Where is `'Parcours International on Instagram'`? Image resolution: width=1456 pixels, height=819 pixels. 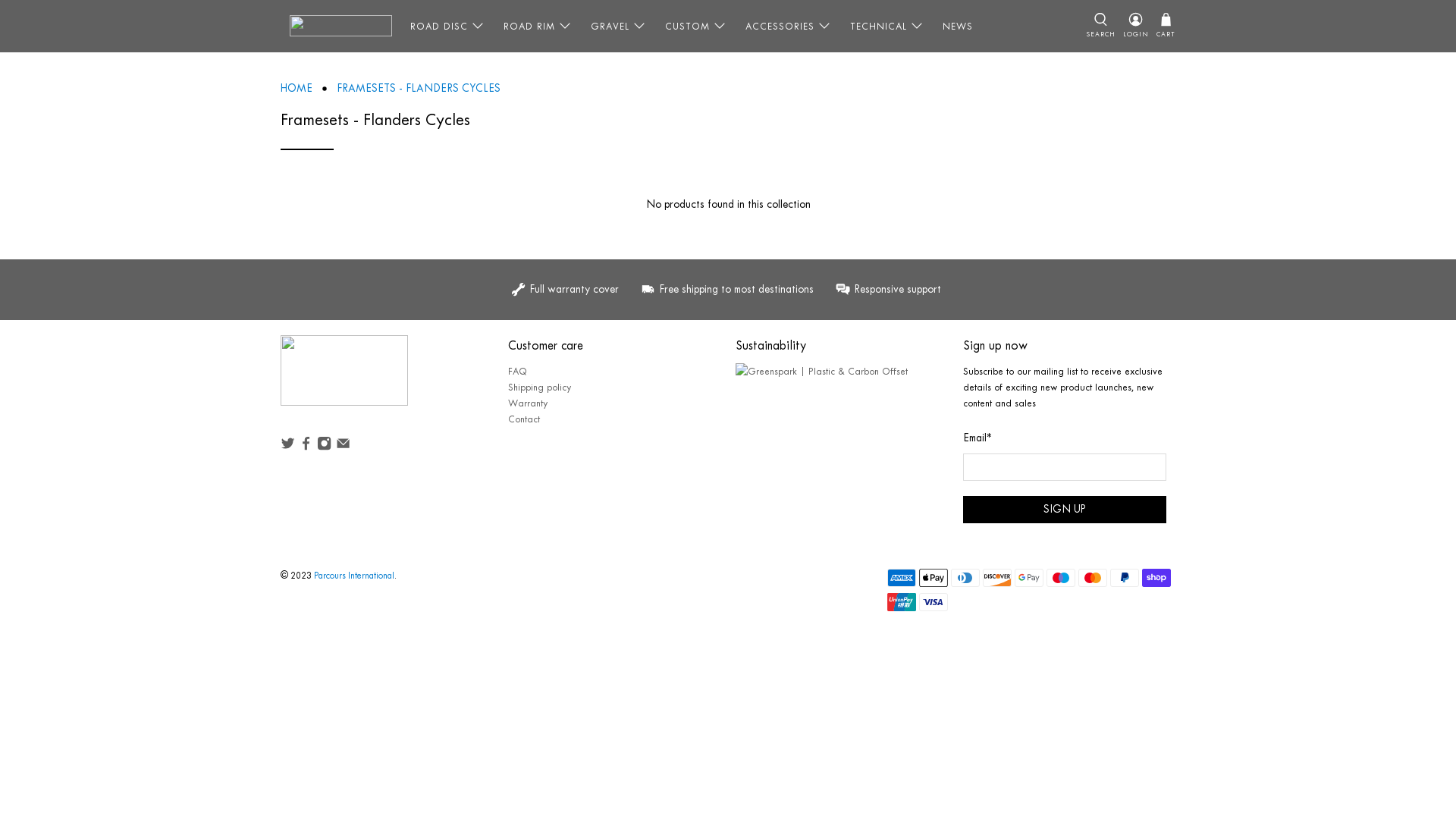 'Parcours International on Instagram' is located at coordinates (323, 446).